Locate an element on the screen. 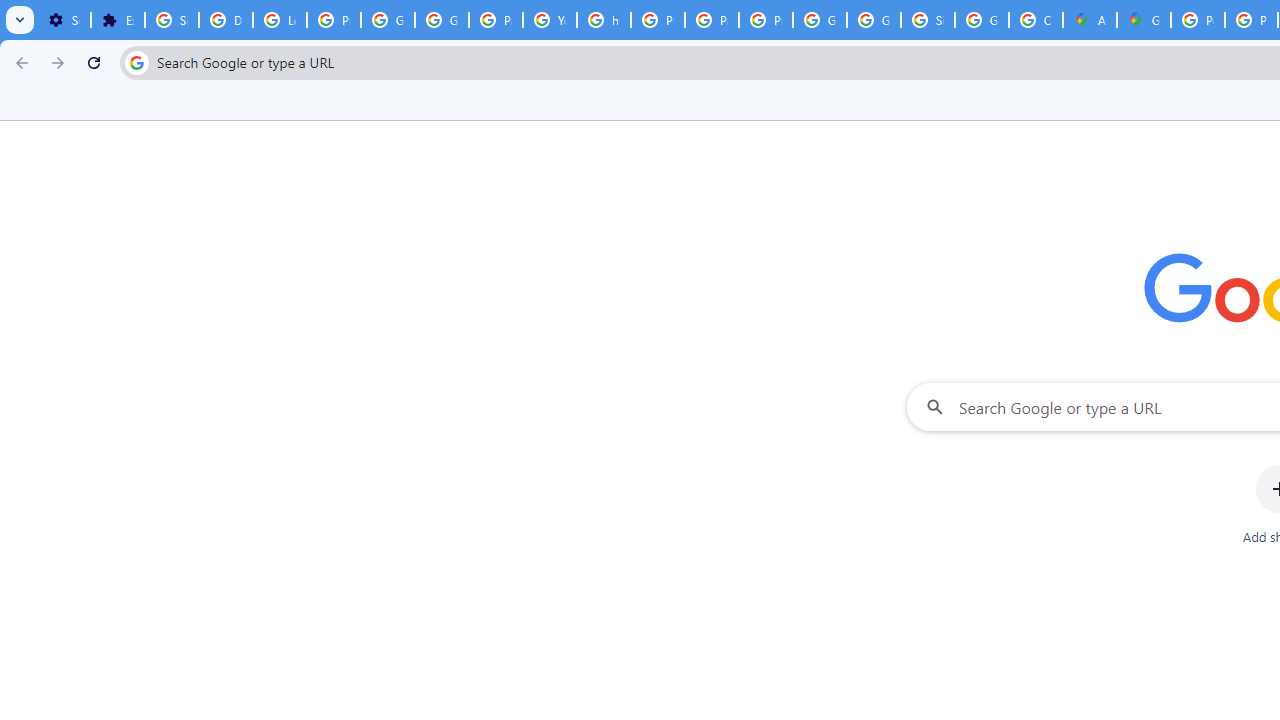 This screenshot has width=1280, height=720. 'Google Account Help' is located at coordinates (440, 20).